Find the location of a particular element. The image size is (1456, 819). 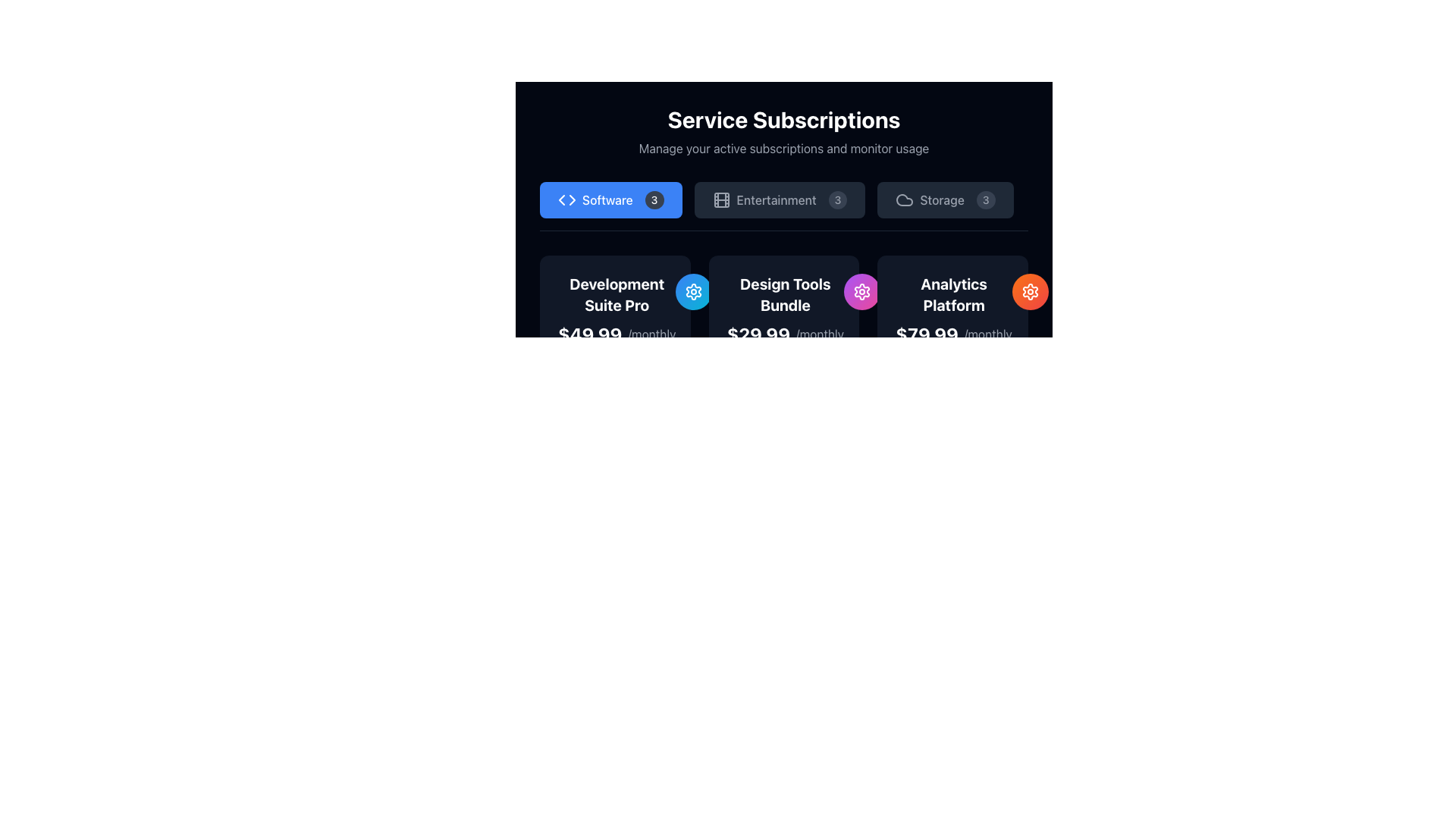

the right-pointing triangular arrow icon in the SVG graphic, which is designed for navigational purposes is located at coordinates (571, 199).